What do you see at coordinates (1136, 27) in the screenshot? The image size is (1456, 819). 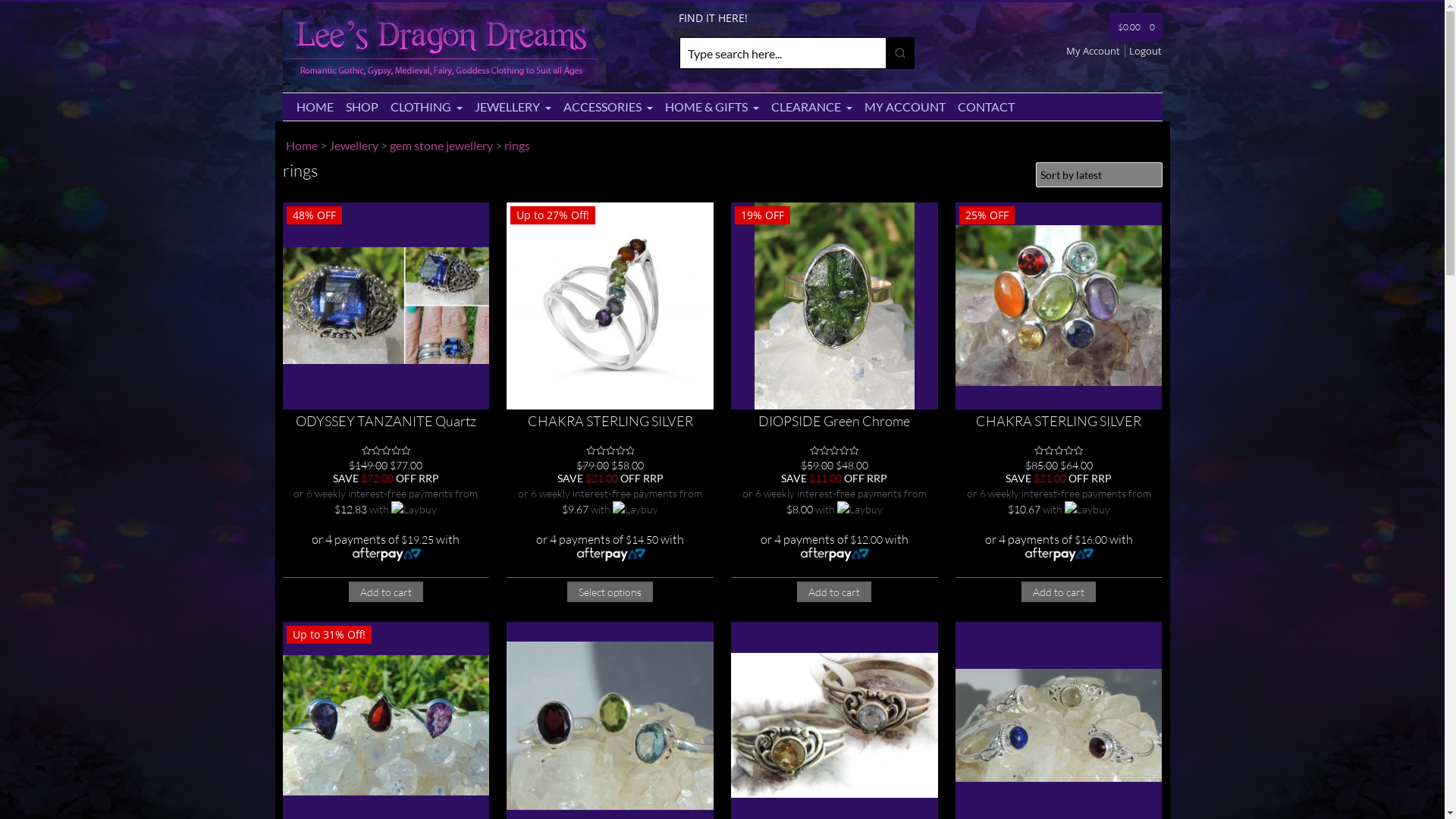 I see `'$0.00 0'` at bounding box center [1136, 27].